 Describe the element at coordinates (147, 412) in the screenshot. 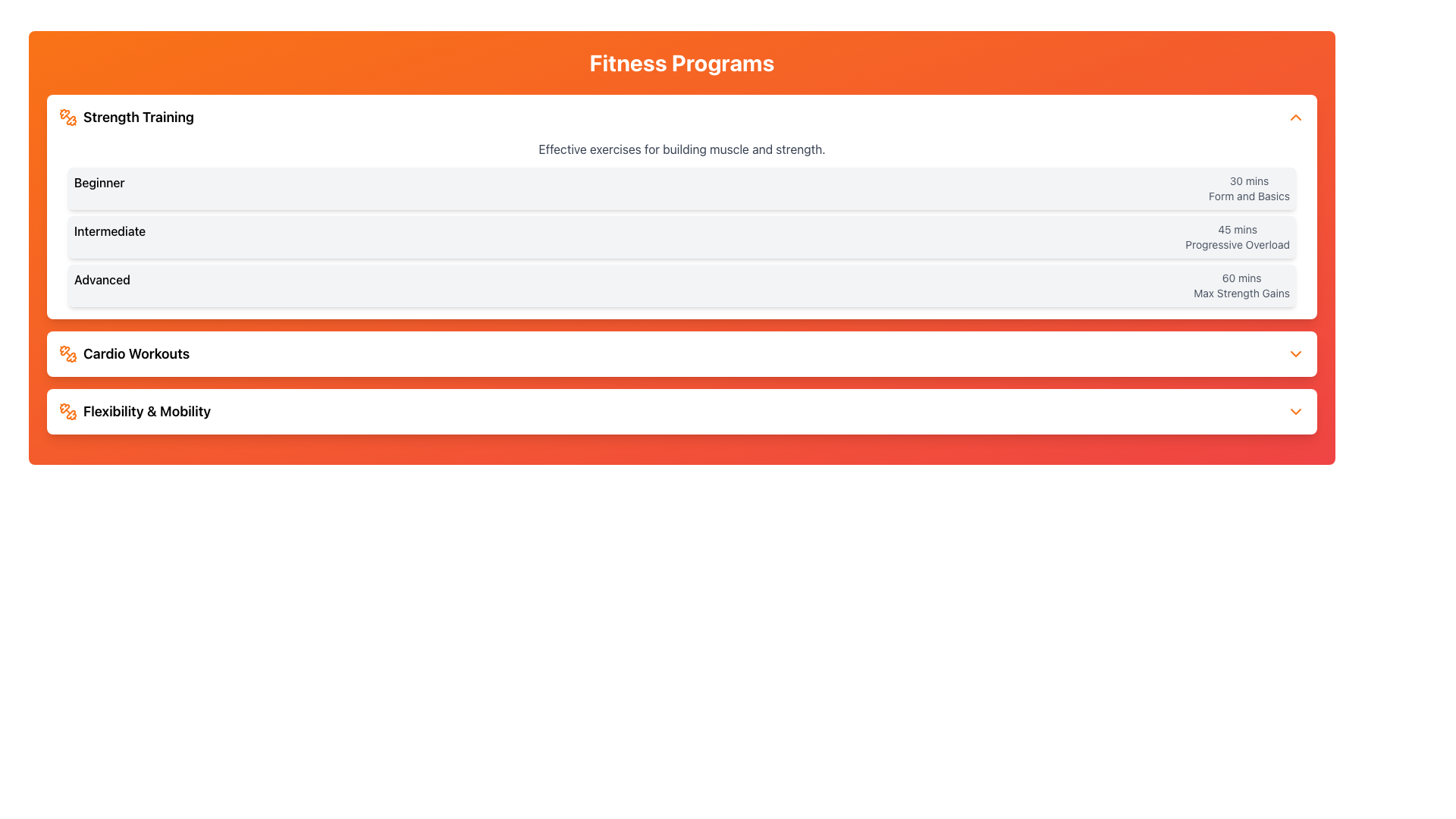

I see `the text label 'Flexibility & Mobility'` at that location.